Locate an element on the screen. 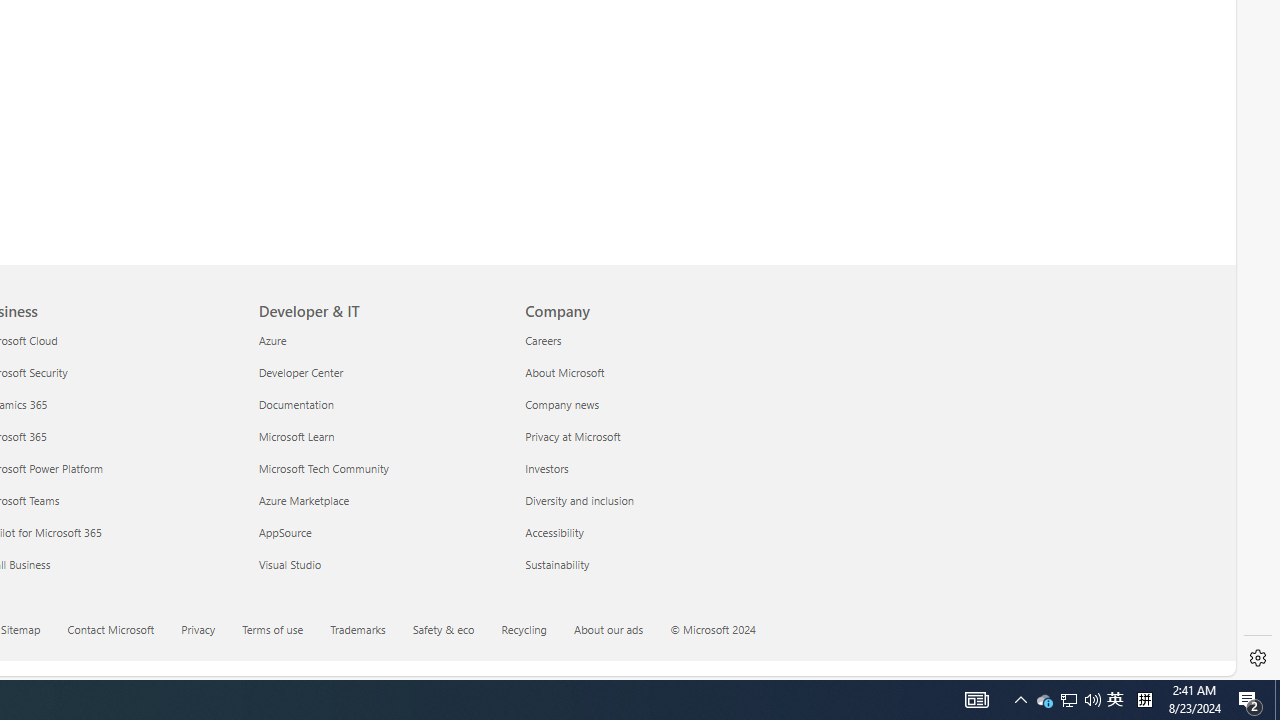 Image resolution: width=1280 pixels, height=720 pixels. 'Investors' is located at coordinates (646, 468).